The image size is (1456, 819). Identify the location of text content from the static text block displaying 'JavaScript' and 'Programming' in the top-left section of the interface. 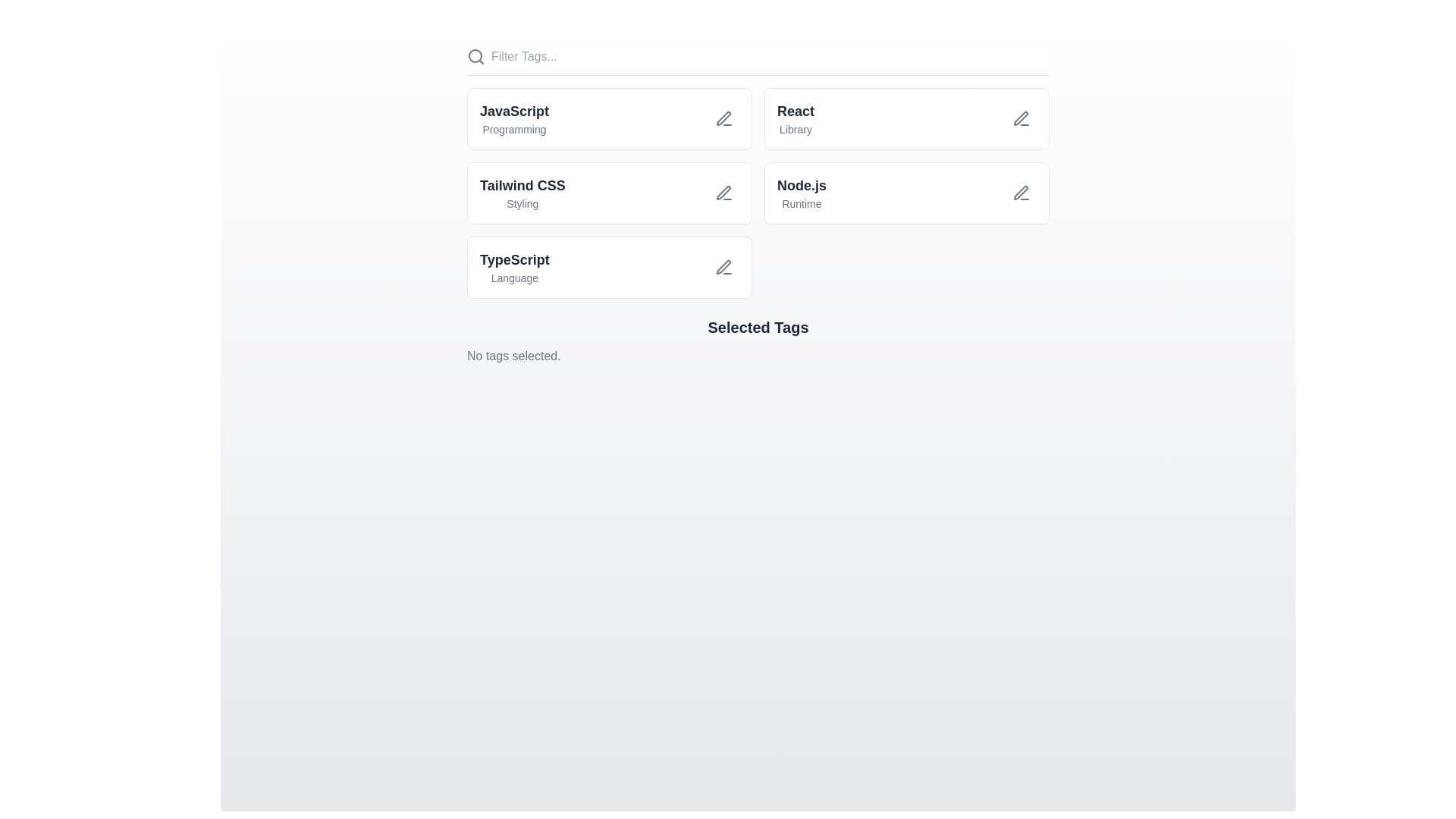
(514, 118).